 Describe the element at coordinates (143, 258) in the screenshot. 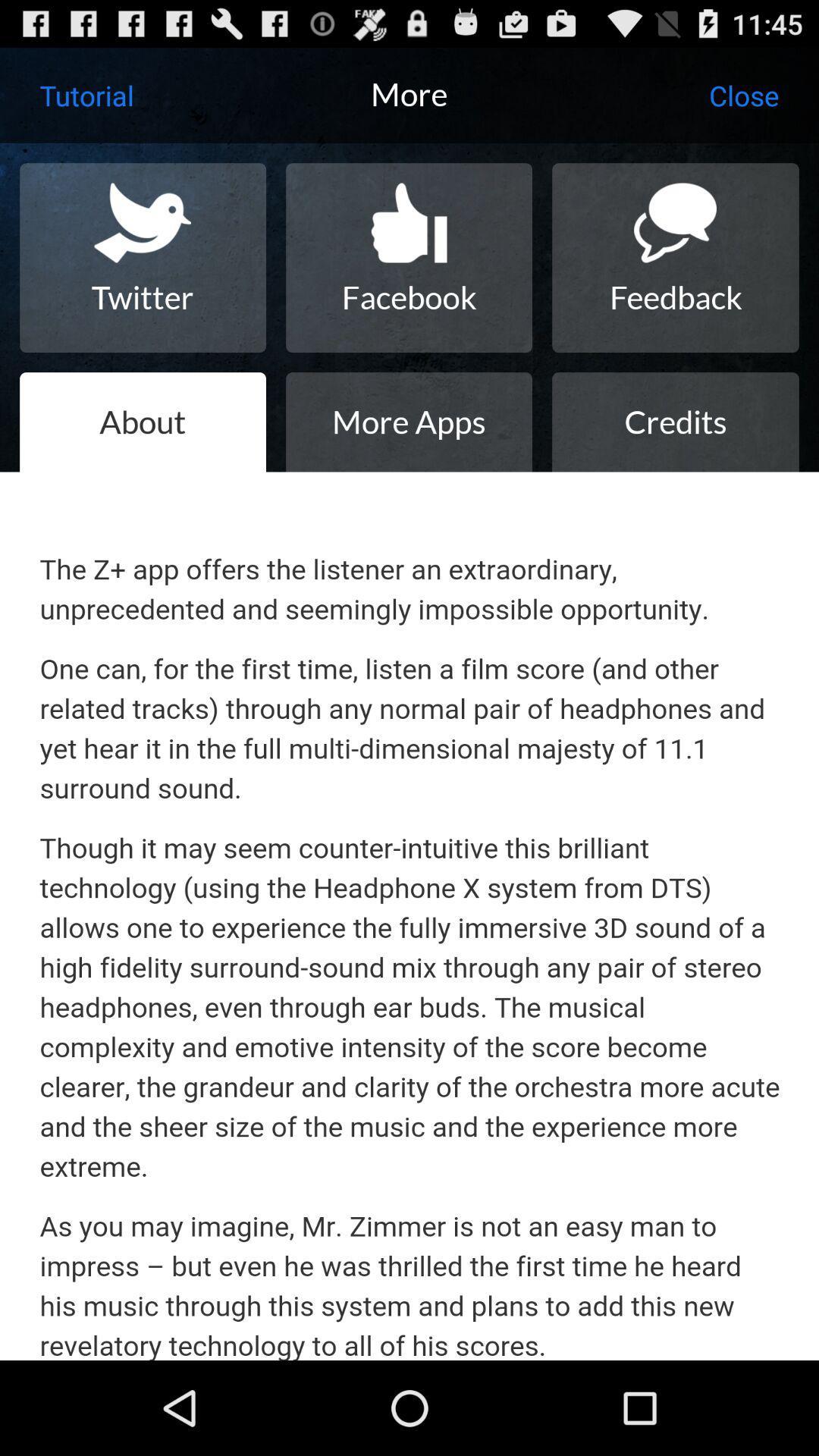

I see `twitter` at that location.